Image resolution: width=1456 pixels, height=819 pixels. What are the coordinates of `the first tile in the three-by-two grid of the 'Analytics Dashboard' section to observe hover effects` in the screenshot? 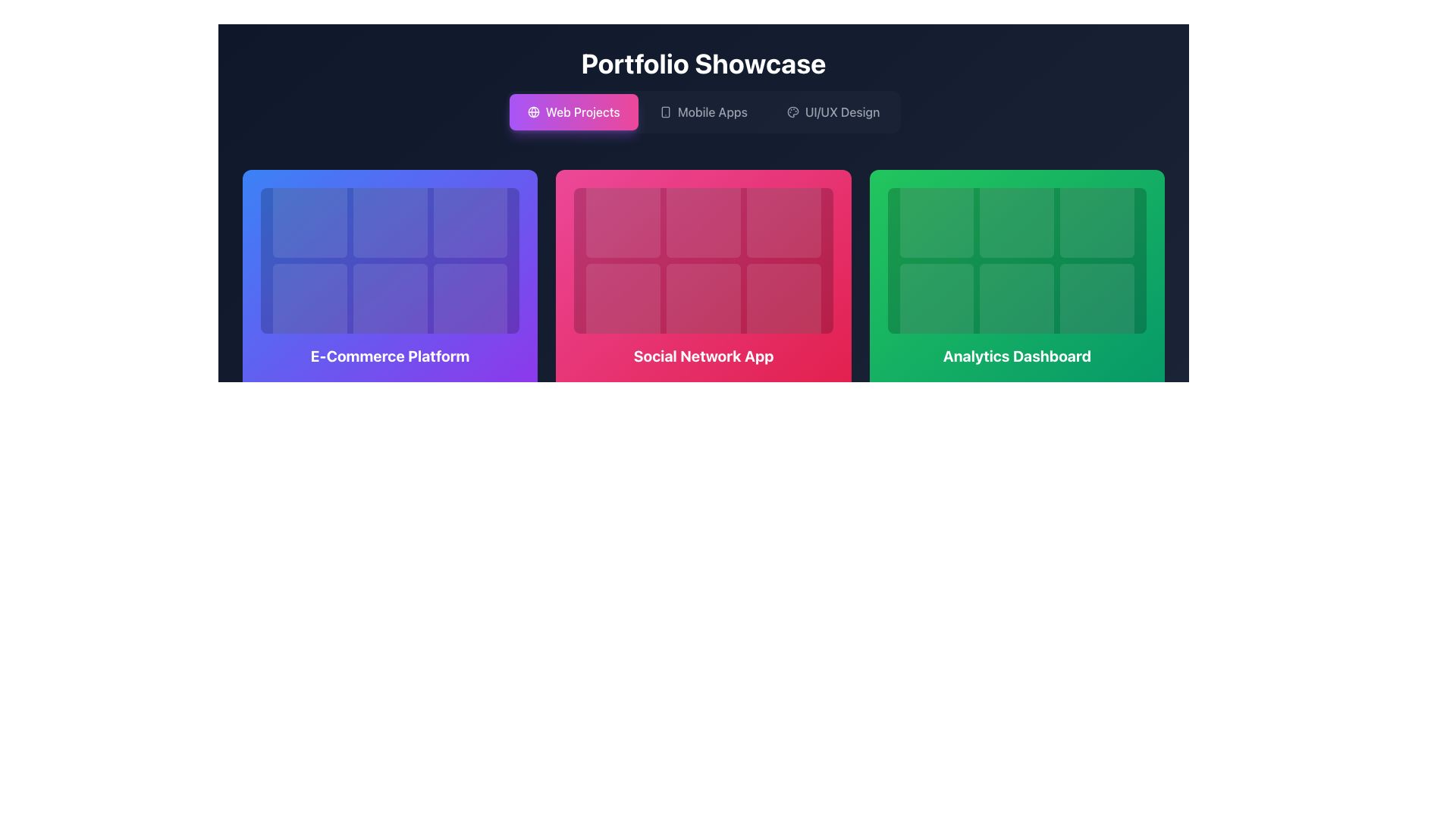 It's located at (936, 221).